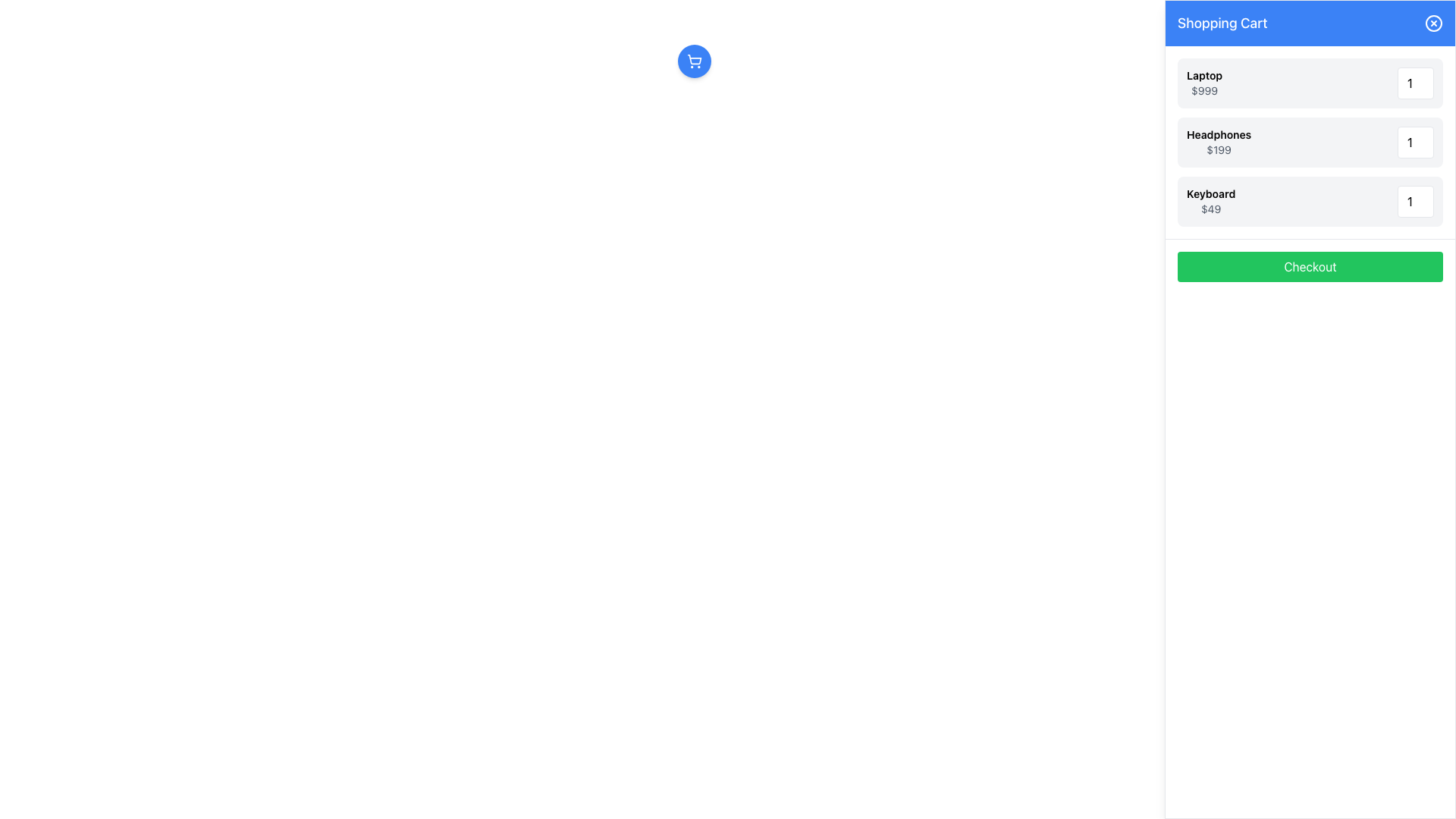 This screenshot has width=1456, height=819. Describe the element at coordinates (1222, 23) in the screenshot. I see `the text label indicating the shopping cart section in the blue header bar` at that location.